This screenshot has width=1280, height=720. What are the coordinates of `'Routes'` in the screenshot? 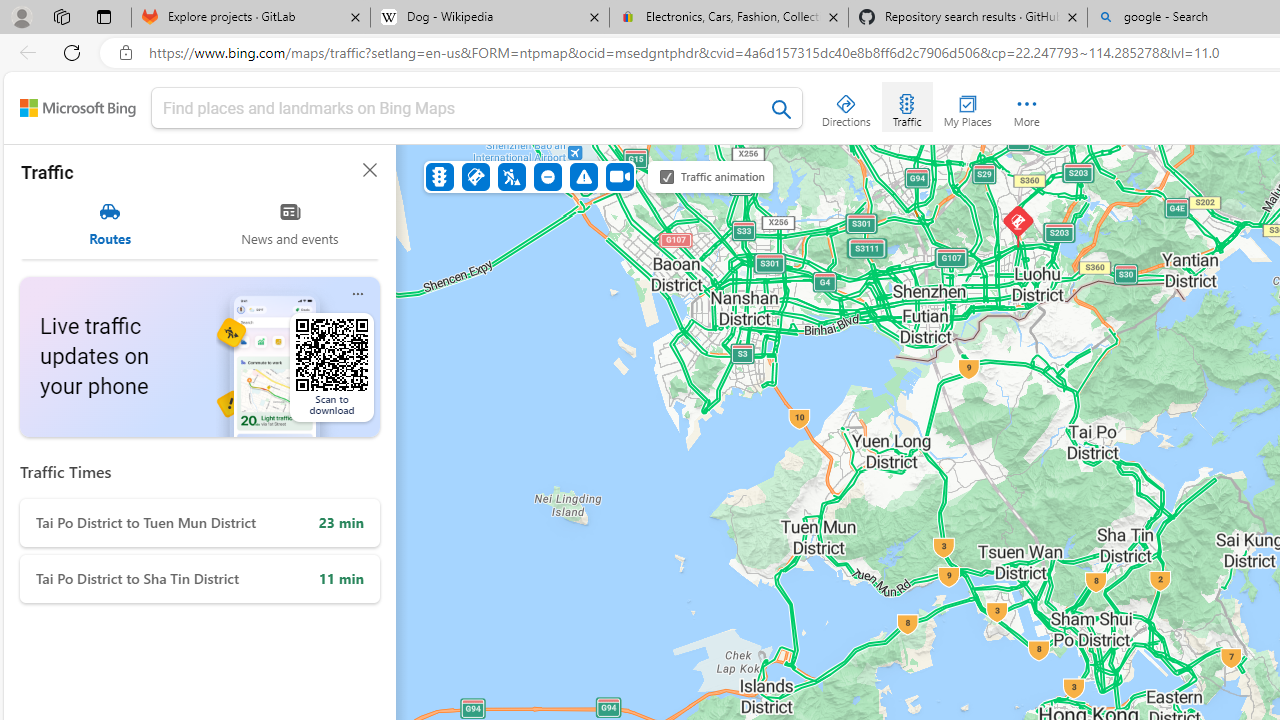 It's located at (109, 223).